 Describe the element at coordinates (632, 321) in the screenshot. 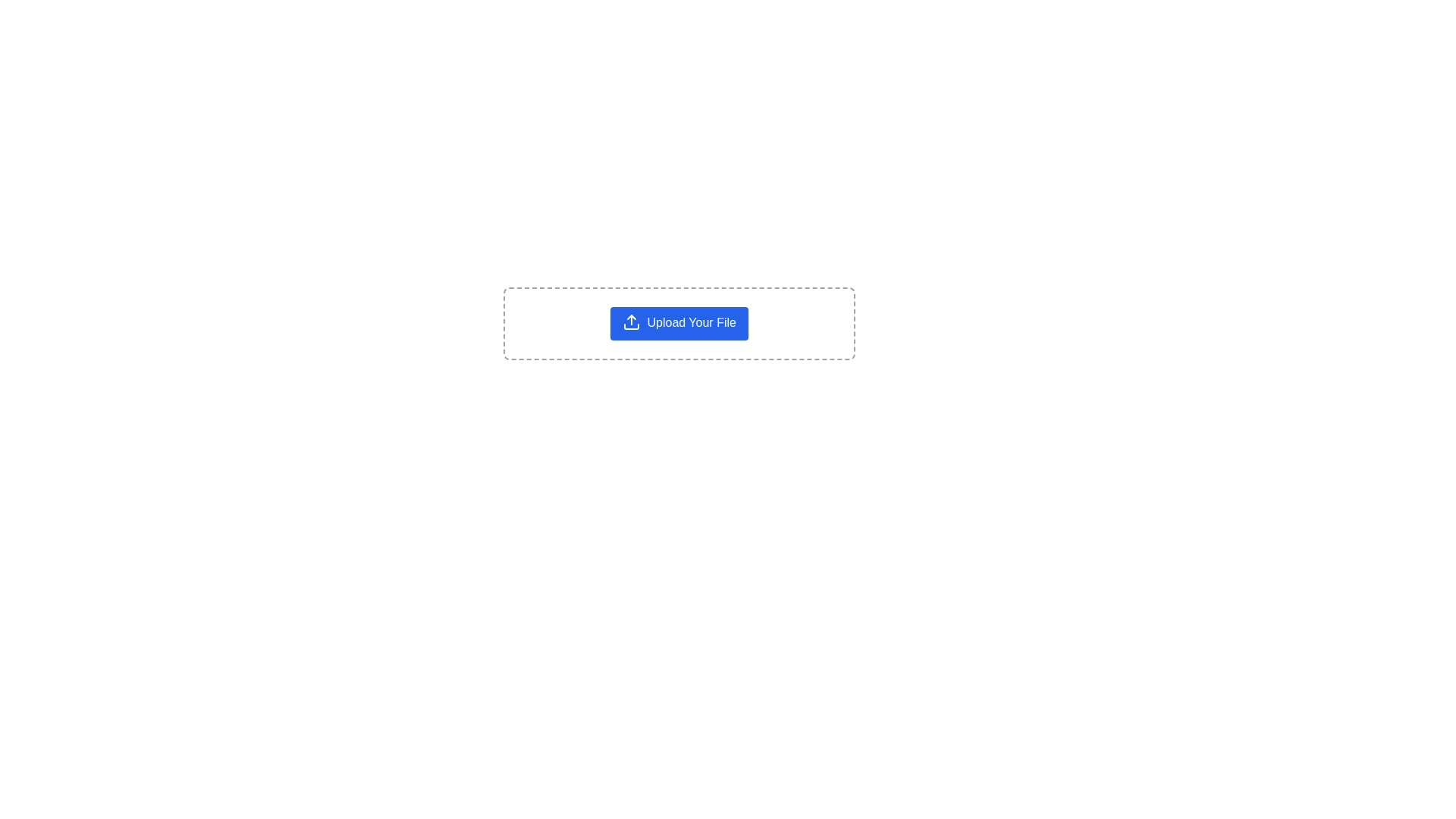

I see `the 'Upload Your File' button by clicking on the upward arrow icon, which is visually represented as a simplistic blue background with white strokes` at that location.